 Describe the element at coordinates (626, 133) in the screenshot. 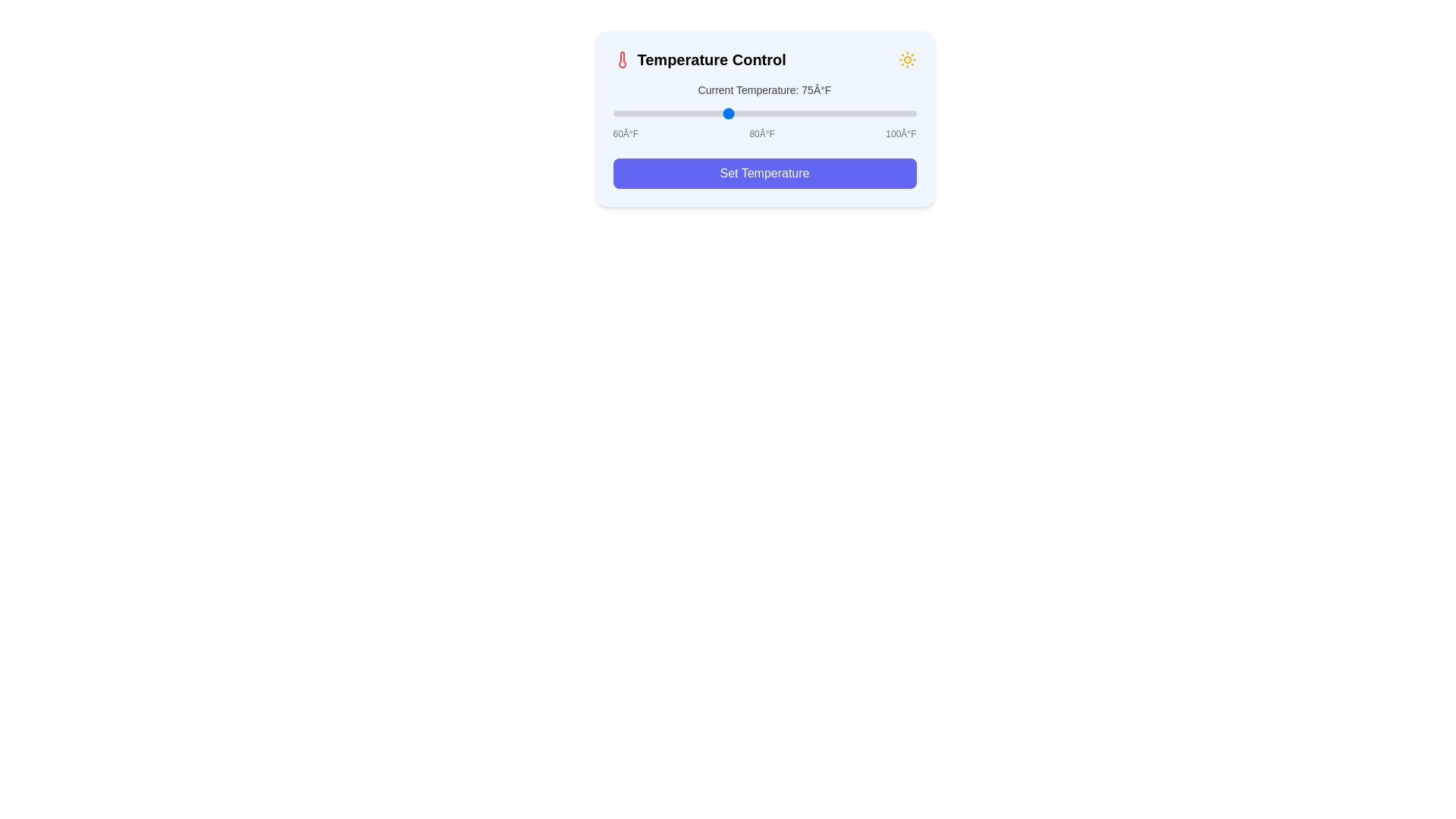

I see `the text label displaying '60°F', which is the first in a series of three temperature labels positioned horizontally and styled in muted gray` at that location.